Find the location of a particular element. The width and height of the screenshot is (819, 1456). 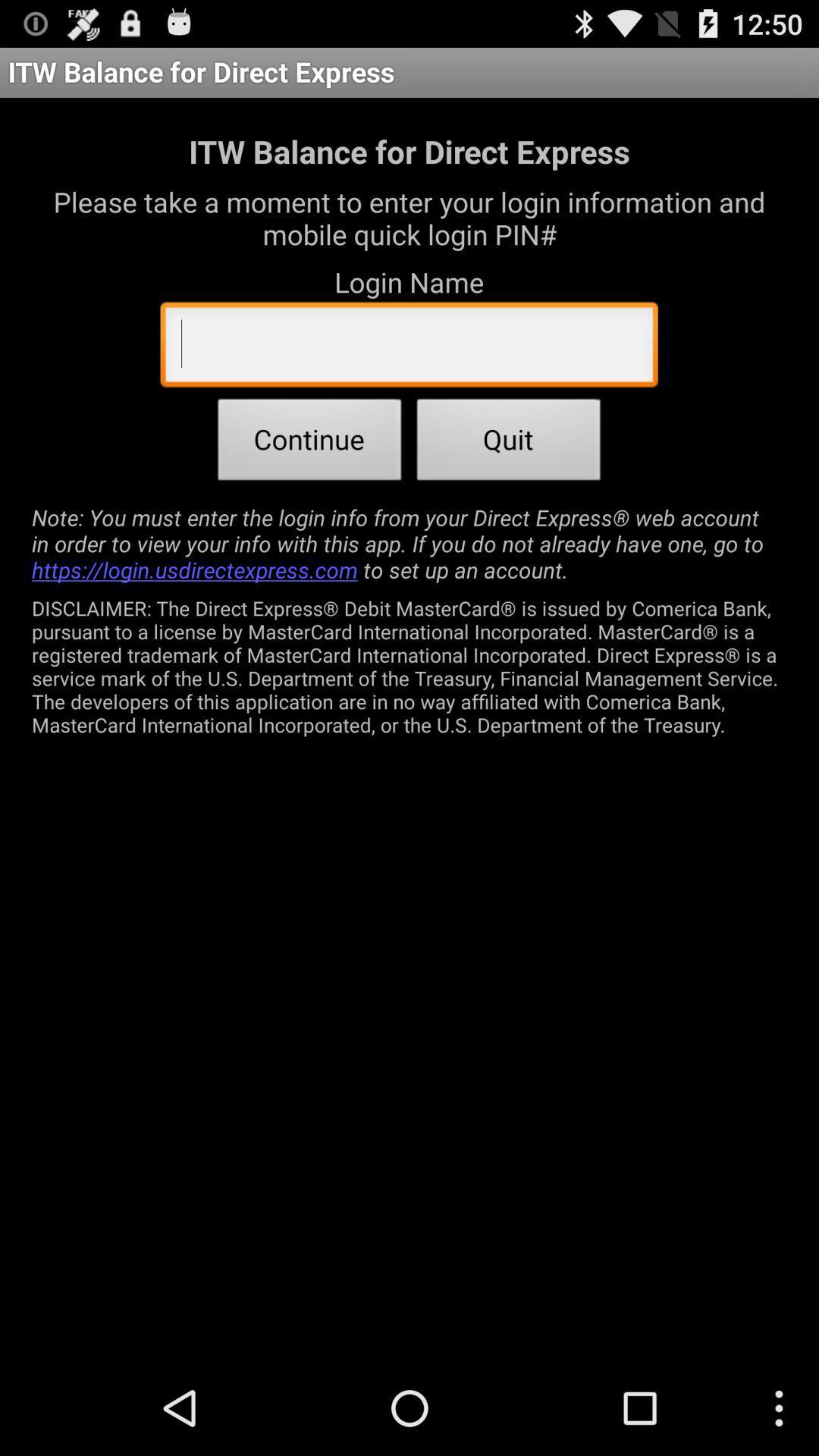

the continue is located at coordinates (309, 443).